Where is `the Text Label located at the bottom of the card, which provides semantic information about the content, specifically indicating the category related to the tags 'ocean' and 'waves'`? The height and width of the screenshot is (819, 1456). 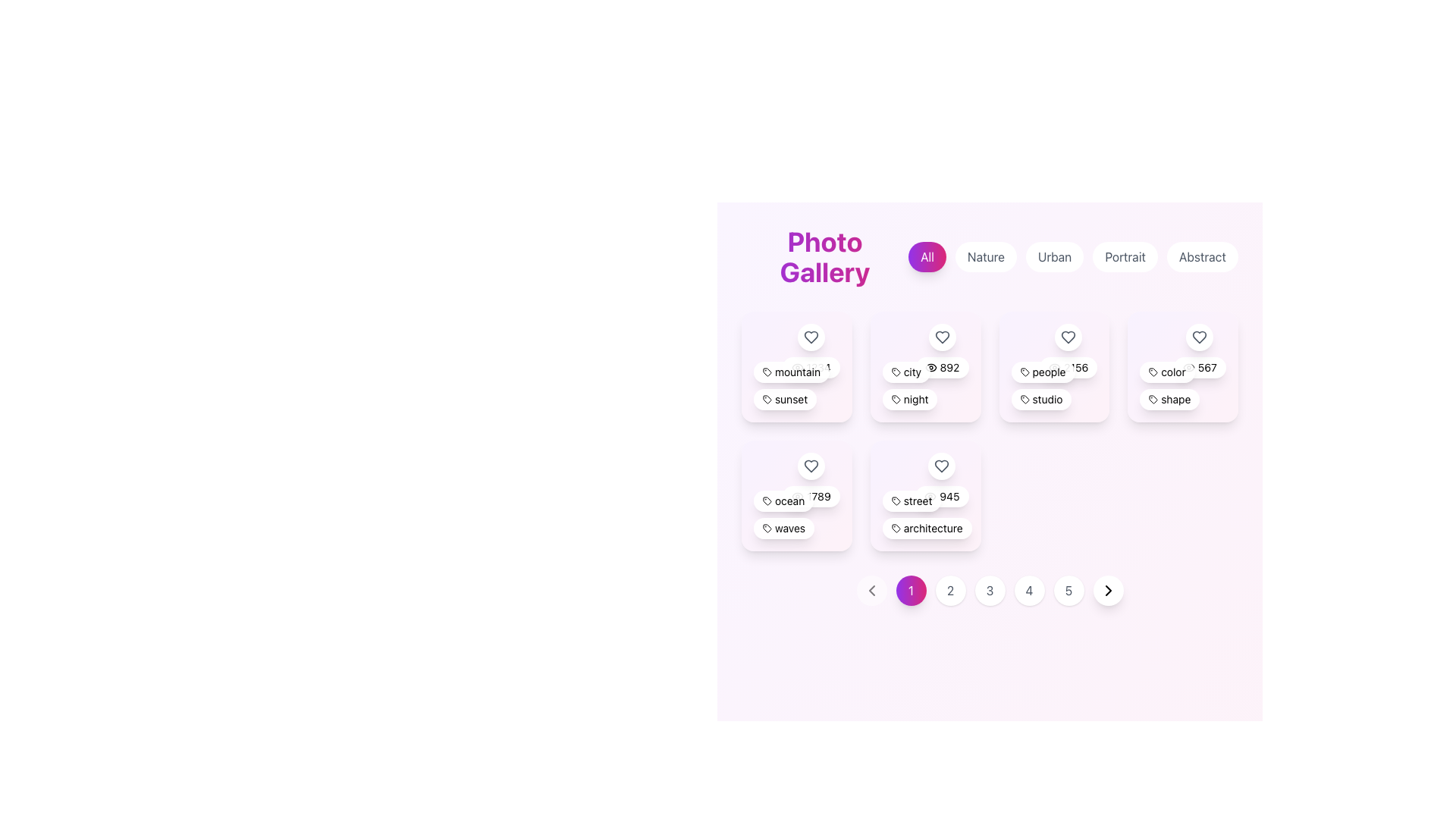 the Text Label located at the bottom of the card, which provides semantic information about the content, specifically indicating the category related to the tags 'ocean' and 'waves' is located at coordinates (795, 513).